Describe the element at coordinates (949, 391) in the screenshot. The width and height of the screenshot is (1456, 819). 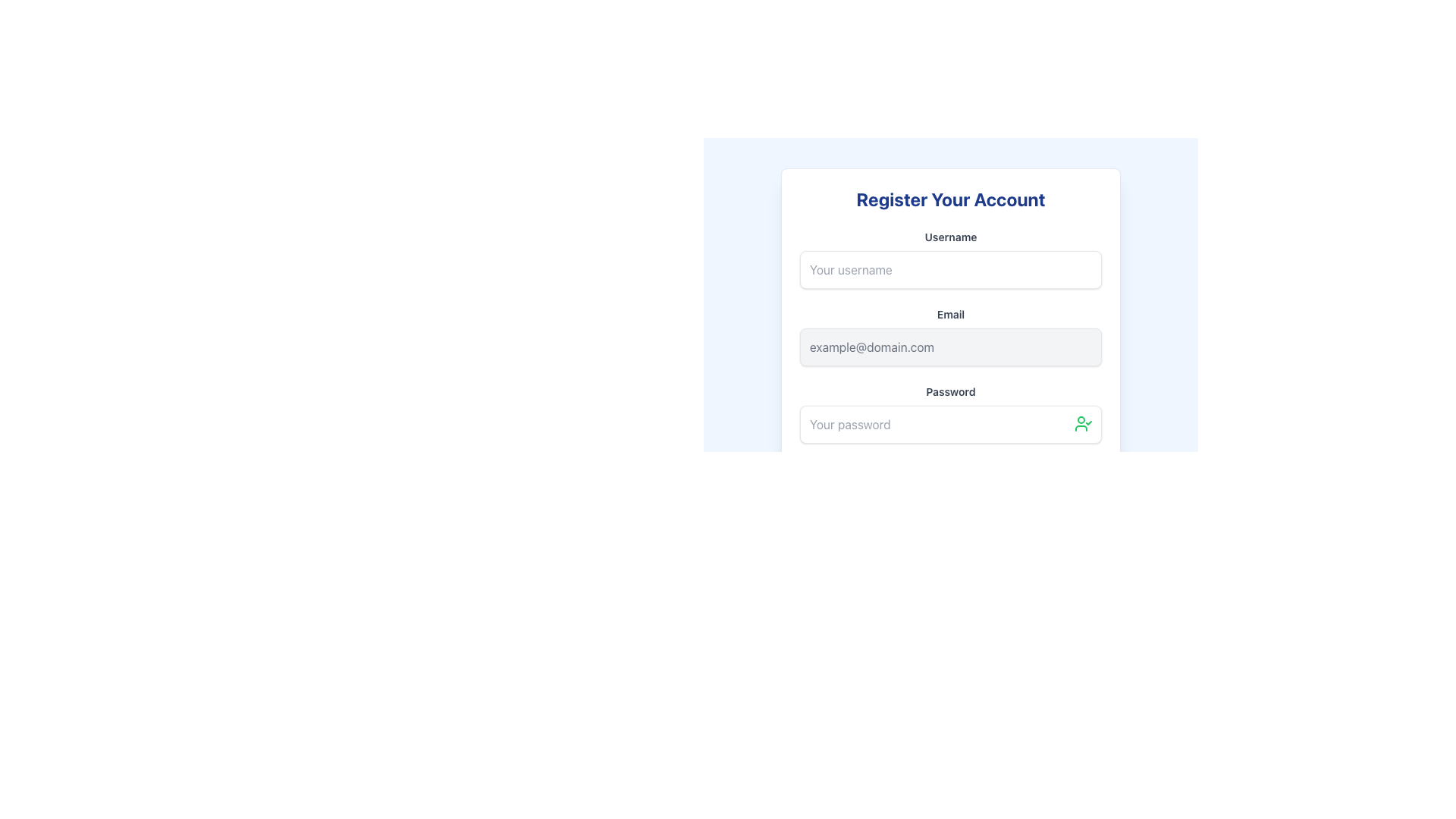
I see `the 'Password' text label, which is styled in bold gray font and positioned above the password input area` at that location.